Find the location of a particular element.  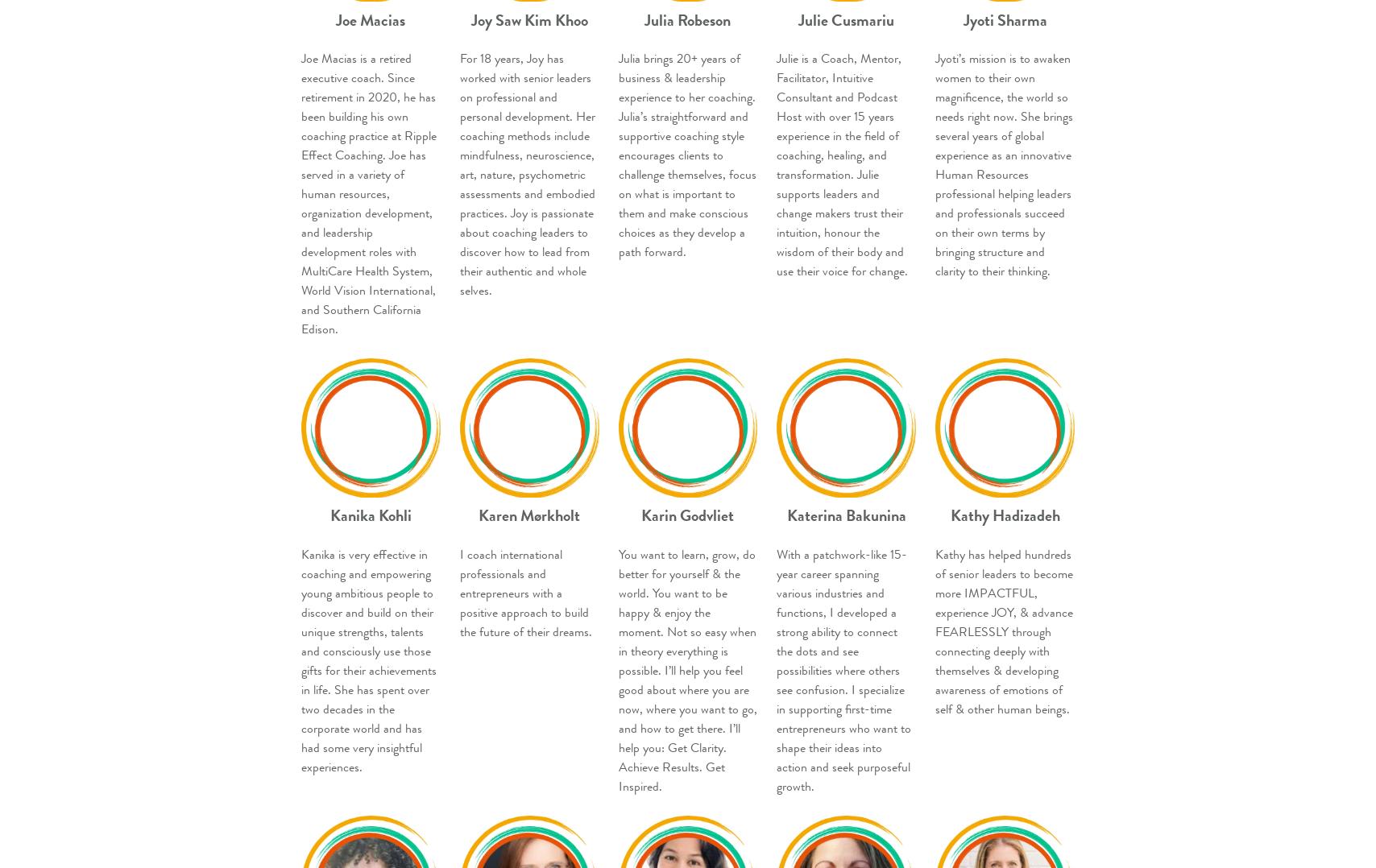

'Julia brings 20+ years of business & leadership experience to her coaching. Julia’s straightforward and supportive coaching style encourages clients to challenge themselves, focus on what is important to them and make conscious choices as they develop a path forward.' is located at coordinates (618, 154).